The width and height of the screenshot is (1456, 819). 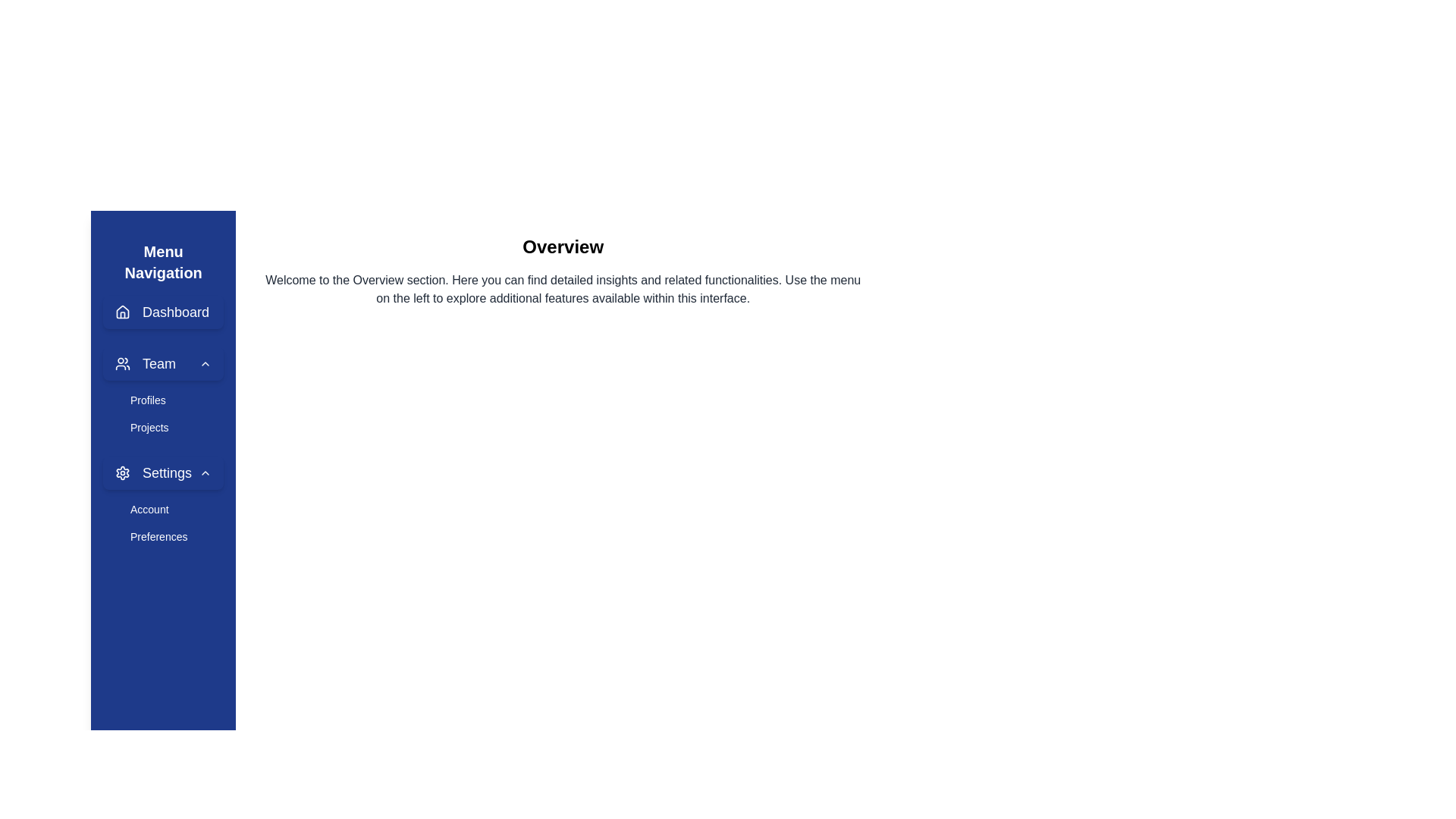 What do you see at coordinates (123, 472) in the screenshot?
I see `the gear icon in the left-side navigation bar under the 'Settings' menu item` at bounding box center [123, 472].